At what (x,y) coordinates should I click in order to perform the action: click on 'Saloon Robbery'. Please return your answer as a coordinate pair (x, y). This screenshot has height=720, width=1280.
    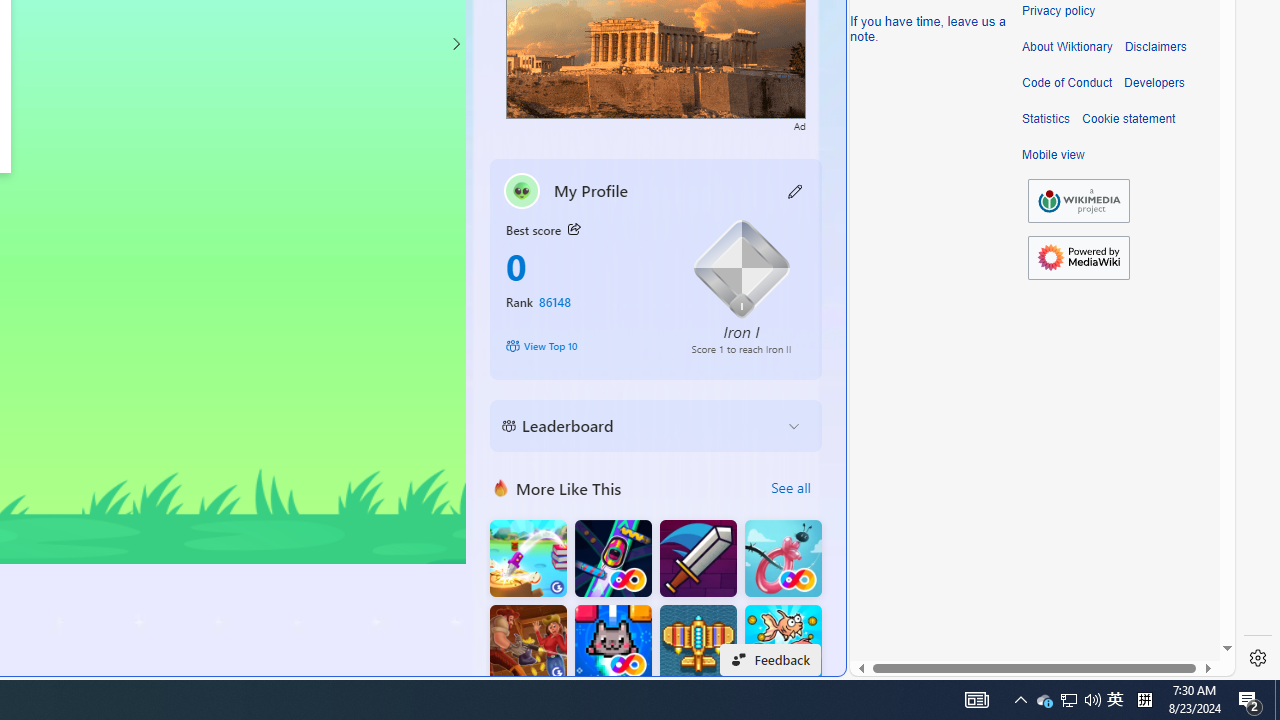
    Looking at the image, I should click on (528, 643).